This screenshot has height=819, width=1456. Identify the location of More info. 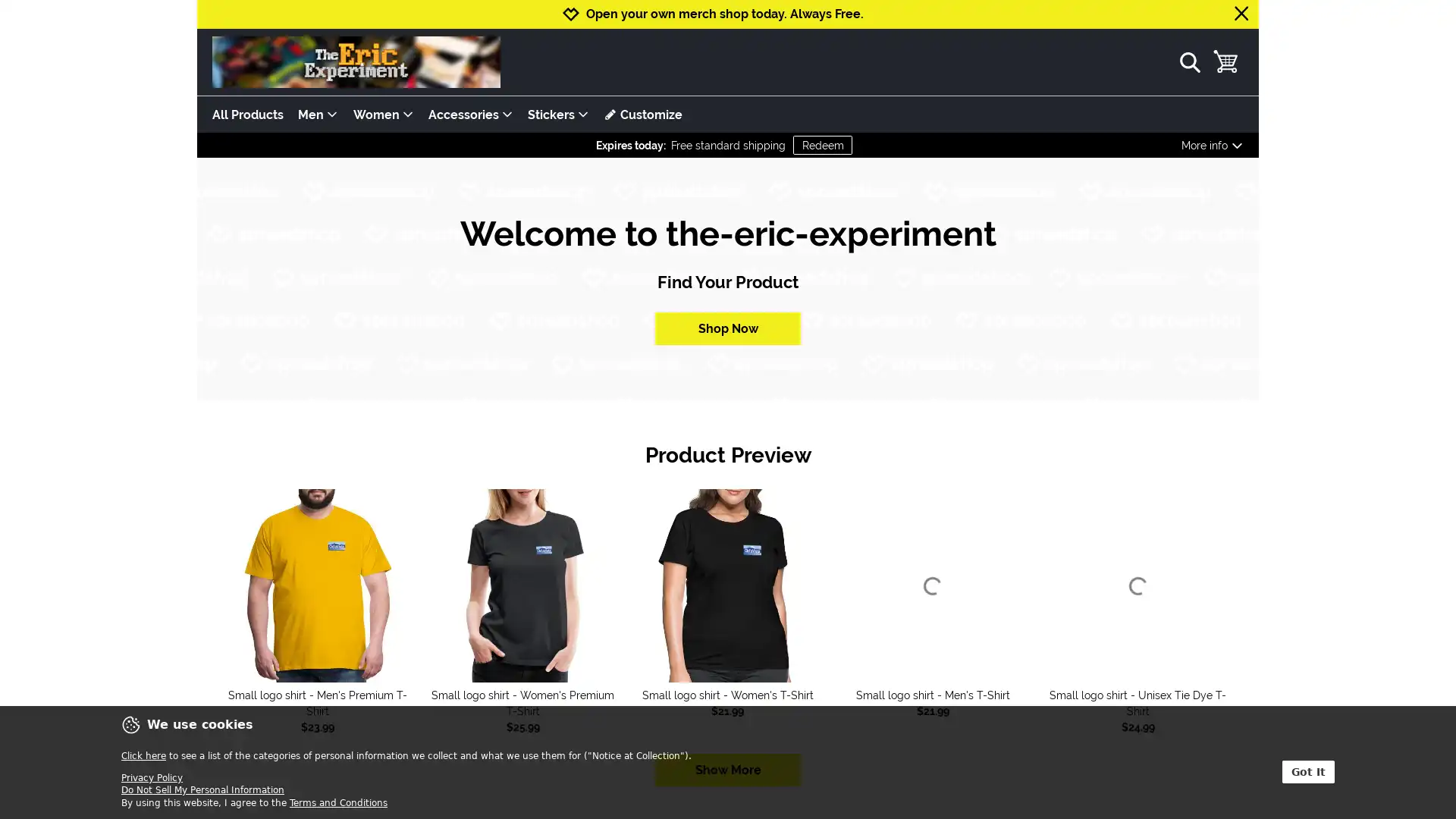
(1211, 146).